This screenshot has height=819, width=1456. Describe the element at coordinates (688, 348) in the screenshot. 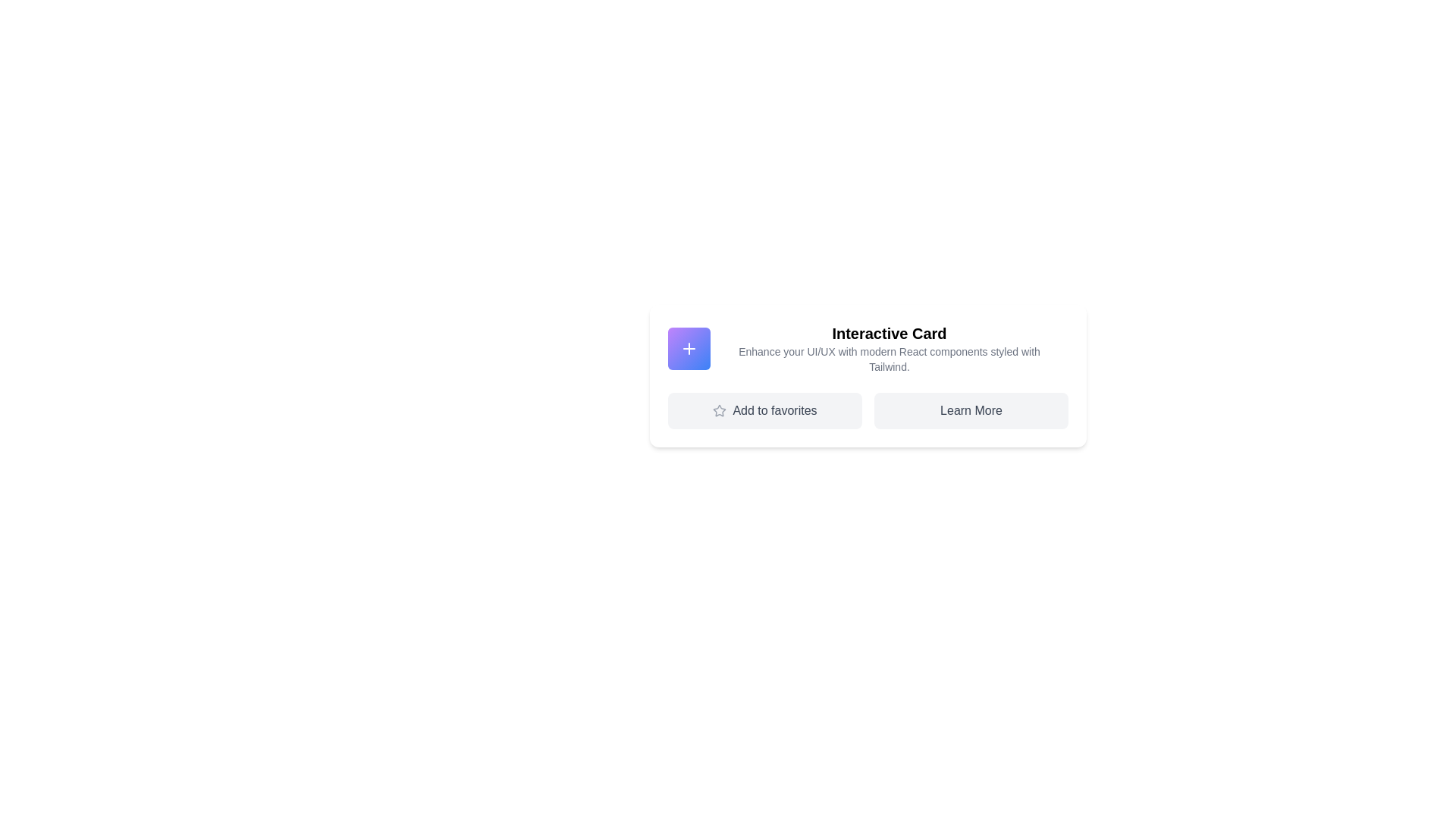

I see `the SVG 'plus' icon located at the center of the square area on the 'Interactive Card', which features a white color and a gradient background transitioning from purple to blue` at that location.